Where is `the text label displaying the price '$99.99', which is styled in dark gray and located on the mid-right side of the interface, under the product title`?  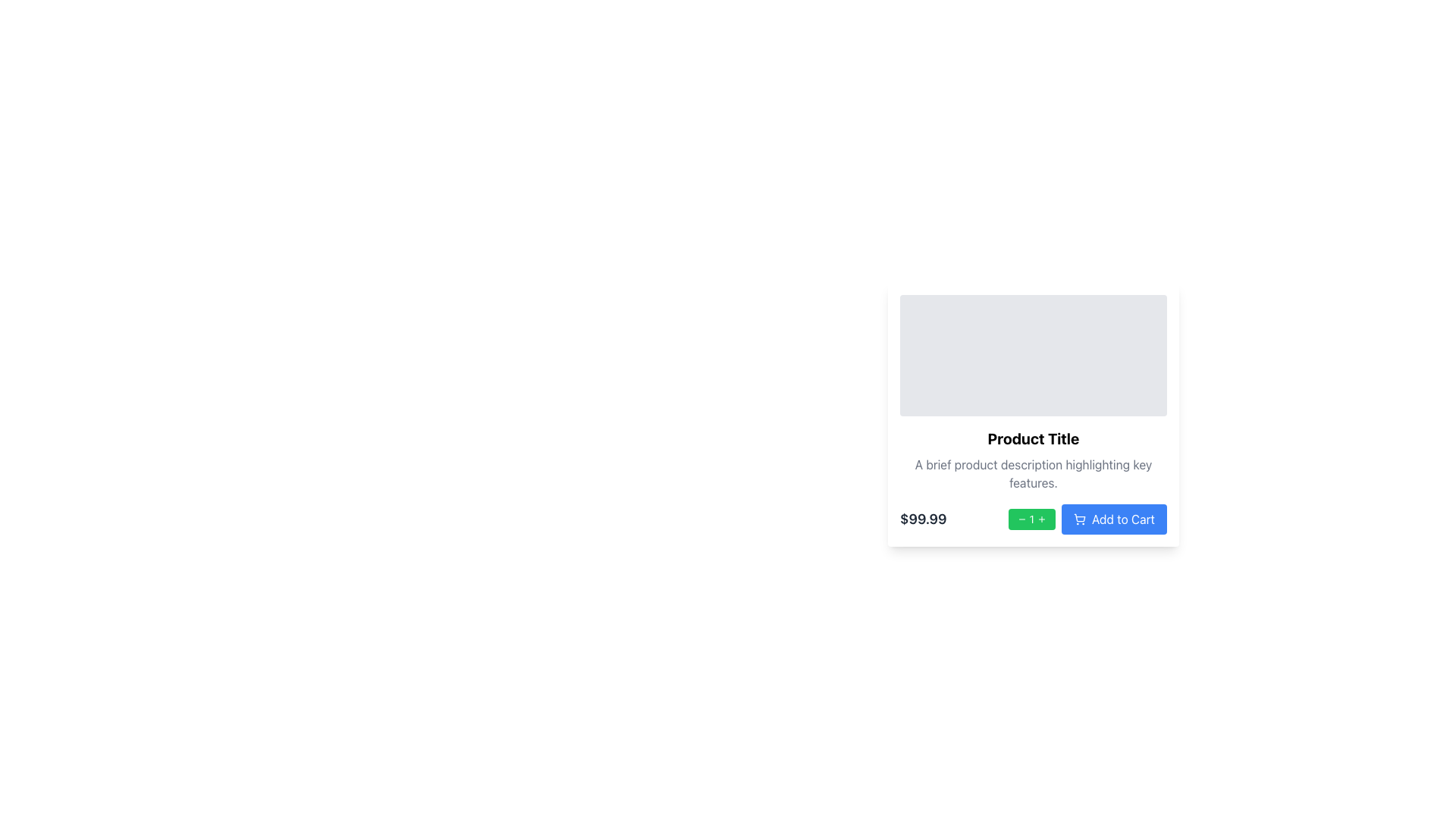 the text label displaying the price '$99.99', which is styled in dark gray and located on the mid-right side of the interface, under the product title is located at coordinates (922, 519).